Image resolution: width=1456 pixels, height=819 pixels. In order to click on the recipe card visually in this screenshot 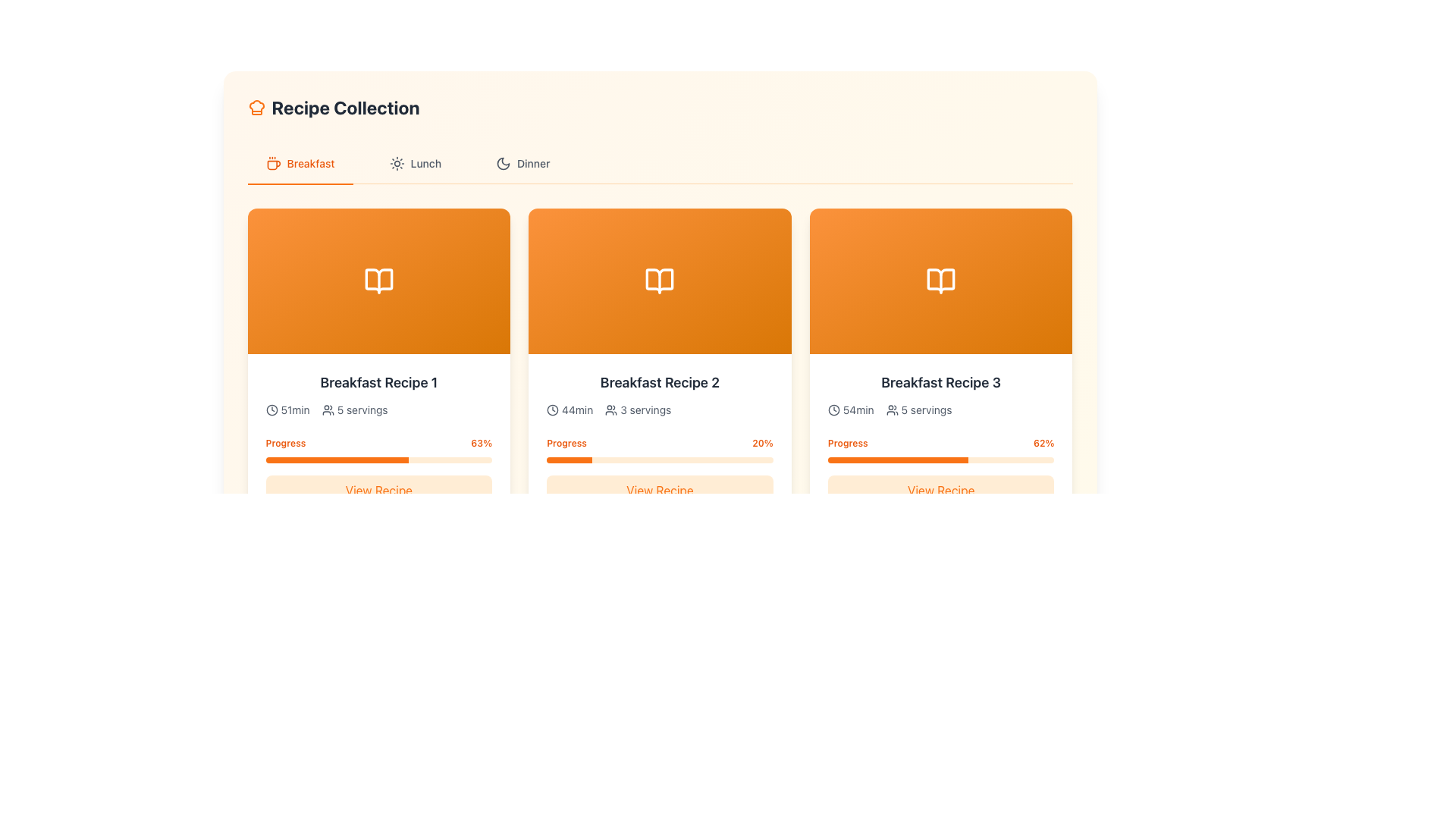, I will do `click(378, 281)`.